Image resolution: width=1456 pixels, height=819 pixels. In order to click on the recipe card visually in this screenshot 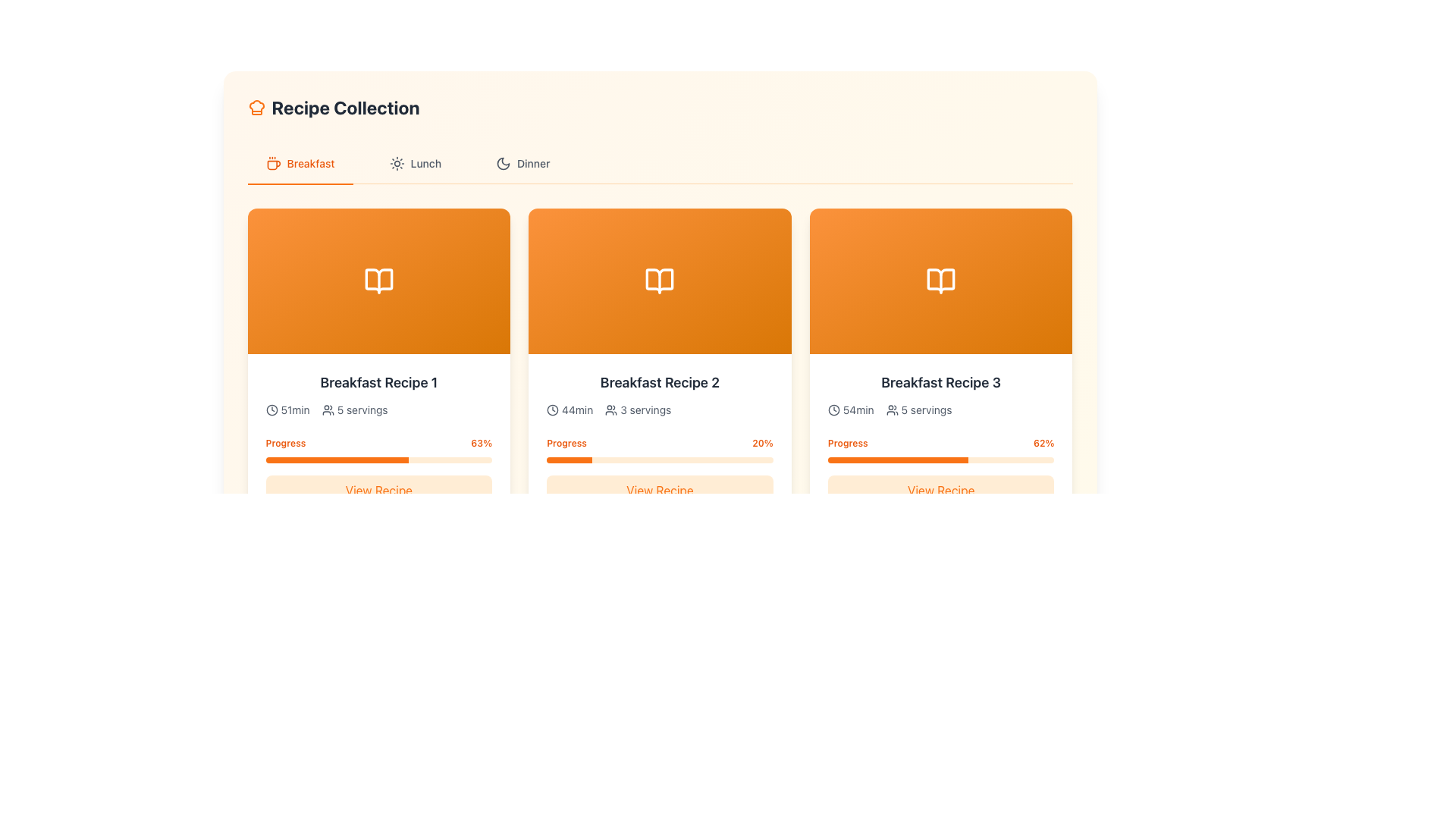, I will do `click(378, 281)`.